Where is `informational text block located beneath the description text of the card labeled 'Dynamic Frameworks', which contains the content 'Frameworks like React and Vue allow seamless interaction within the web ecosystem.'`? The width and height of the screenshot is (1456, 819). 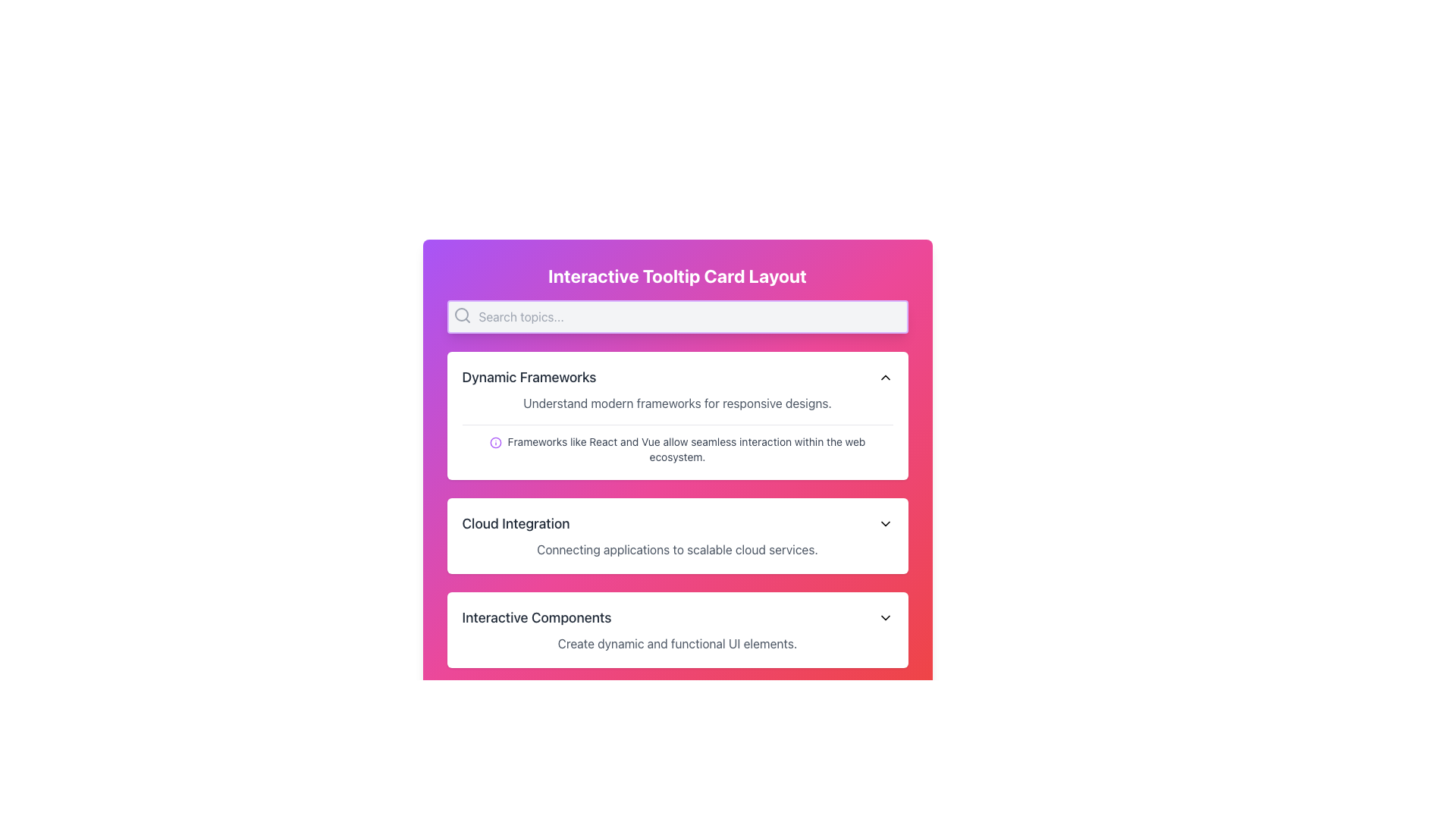 informational text block located beneath the description text of the card labeled 'Dynamic Frameworks', which contains the content 'Frameworks like React and Vue allow seamless interaction within the web ecosystem.' is located at coordinates (676, 444).